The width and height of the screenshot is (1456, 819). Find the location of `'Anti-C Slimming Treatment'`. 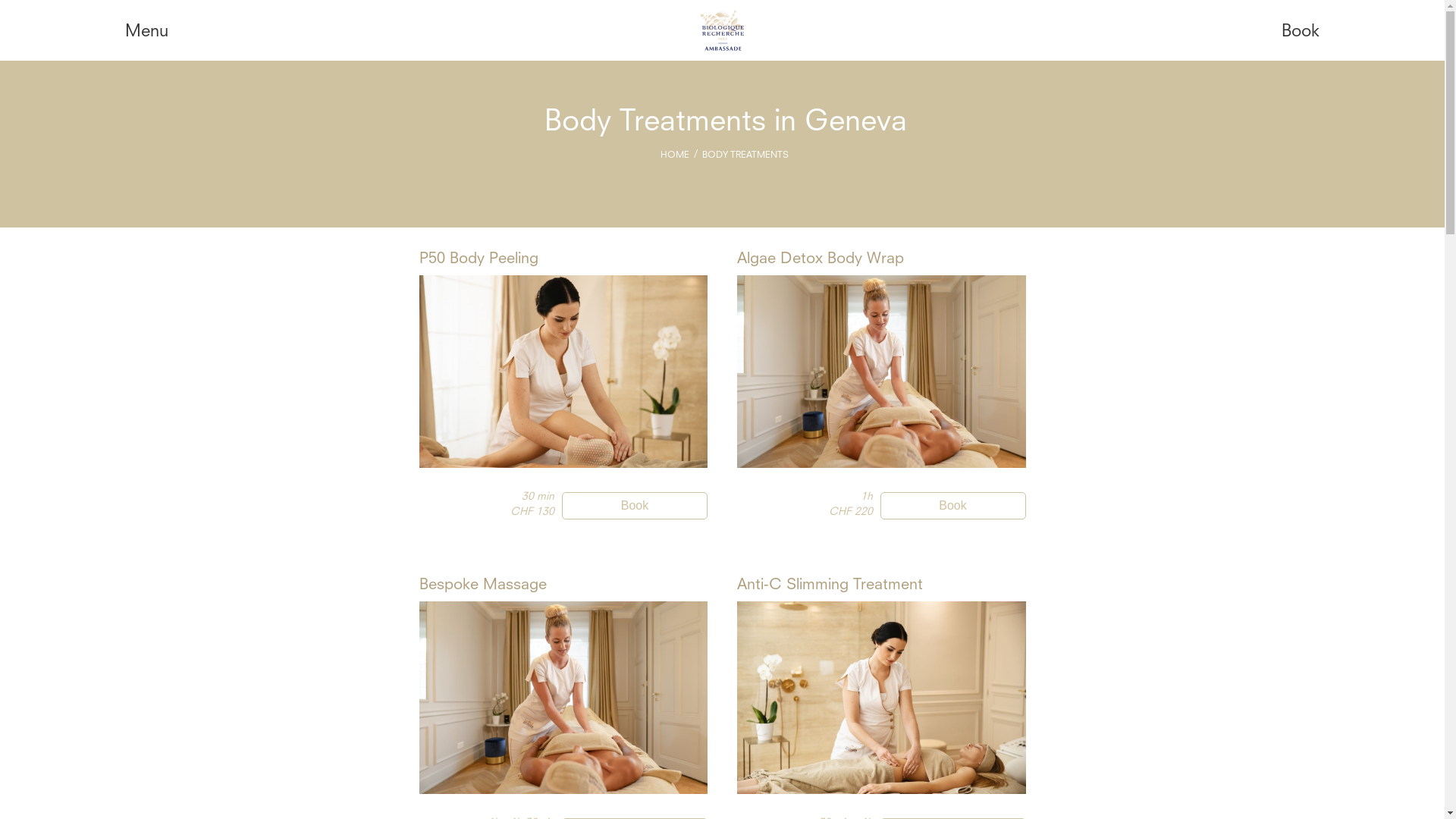

'Anti-C Slimming Treatment' is located at coordinates (829, 584).